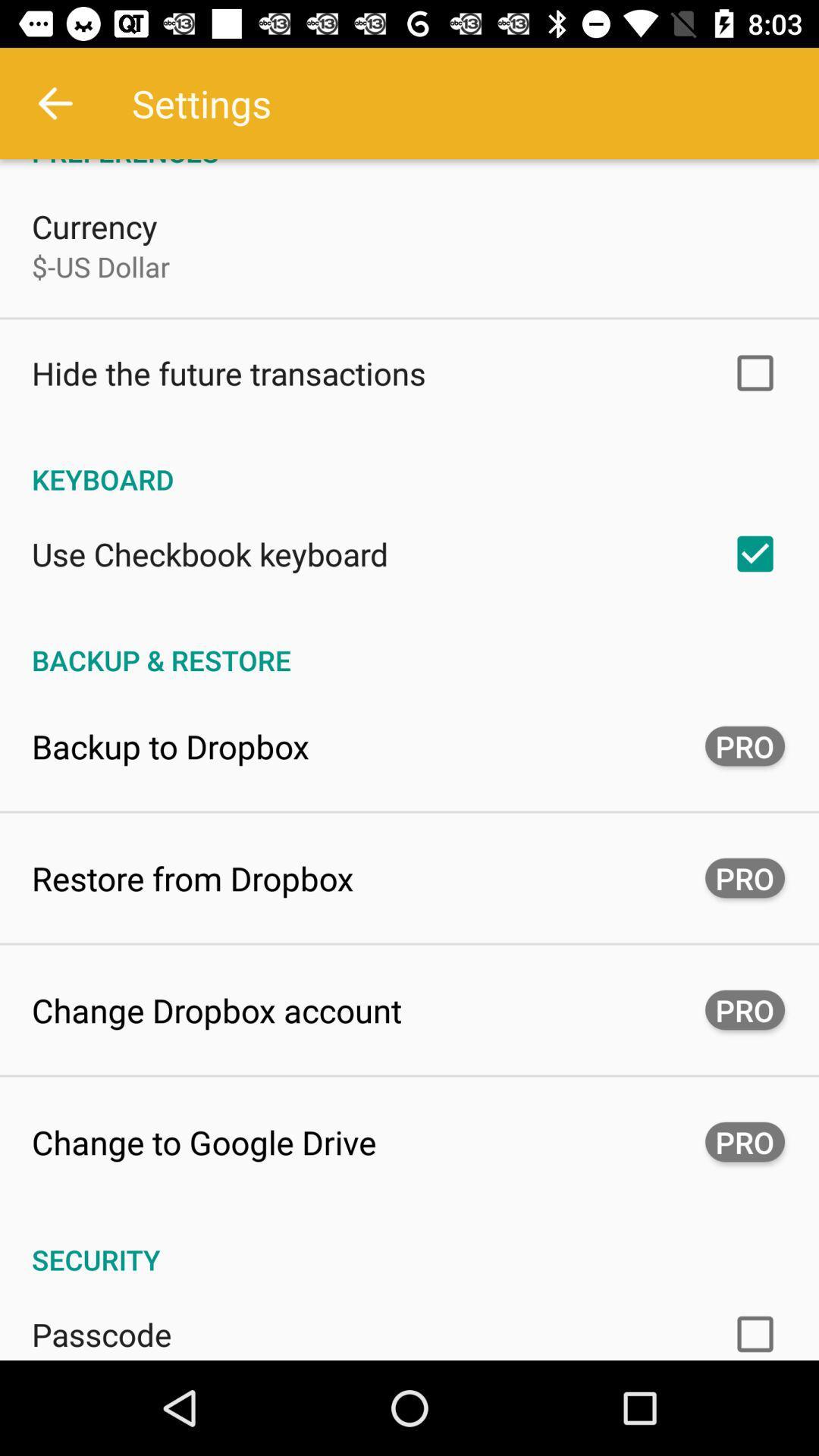 The image size is (819, 1456). I want to click on icon above restore from dropbox icon, so click(170, 745).